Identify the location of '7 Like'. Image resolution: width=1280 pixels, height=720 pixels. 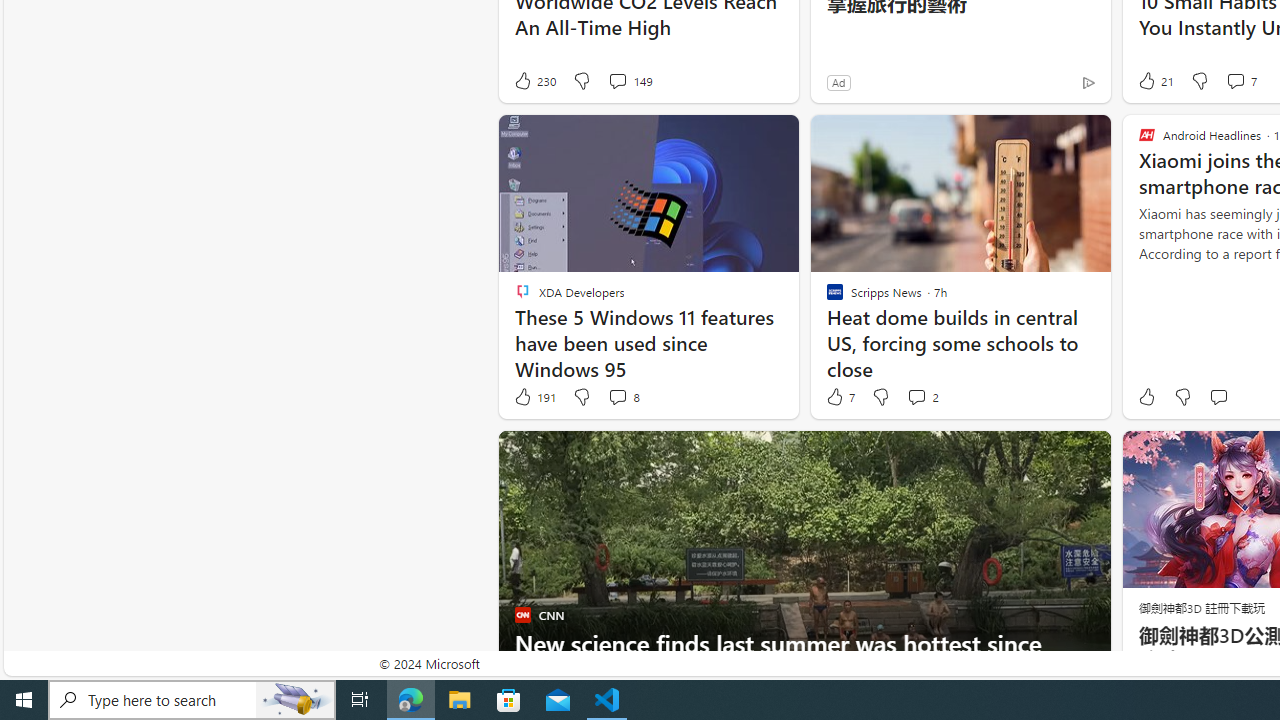
(839, 397).